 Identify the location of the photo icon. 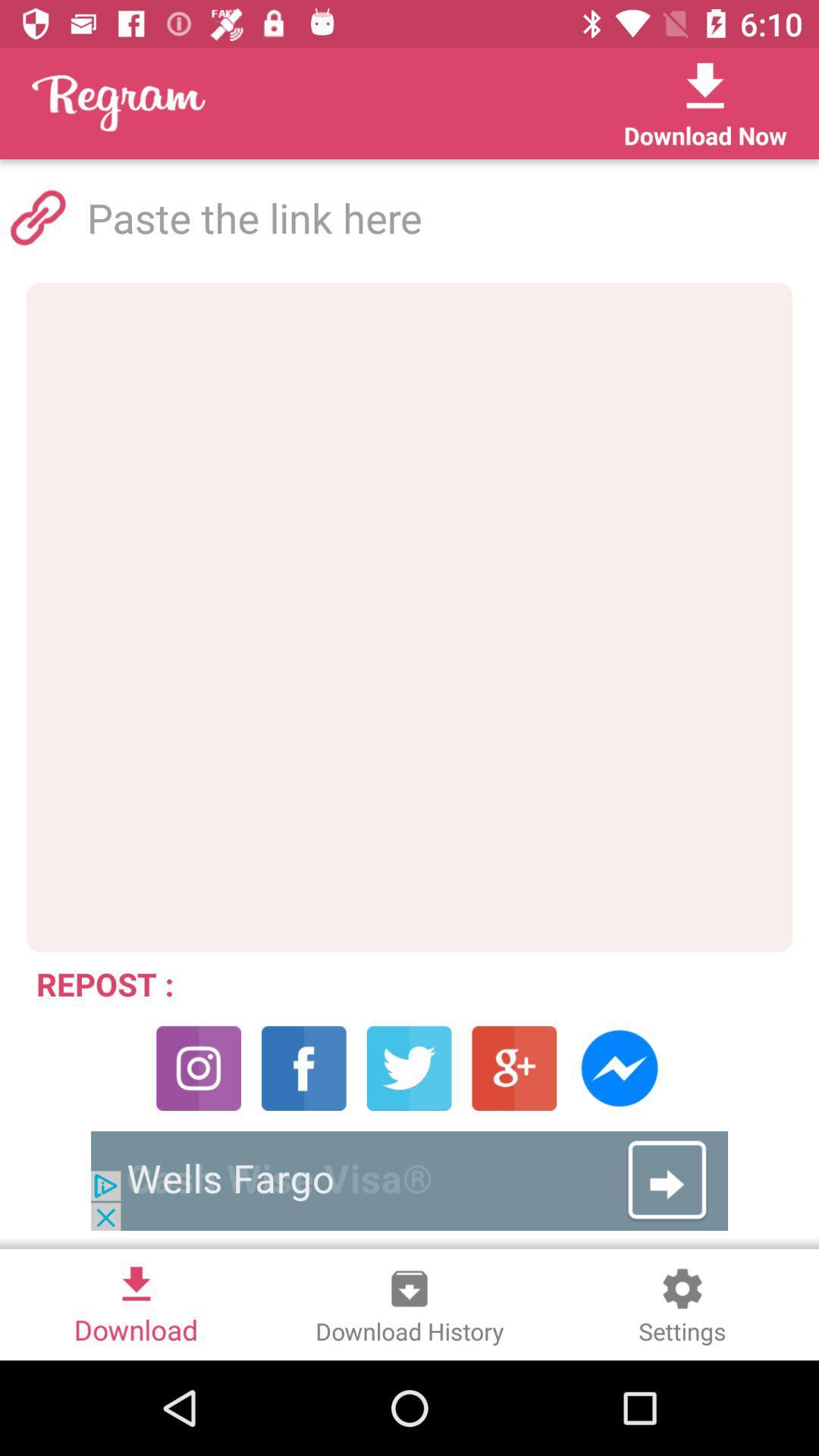
(198, 1067).